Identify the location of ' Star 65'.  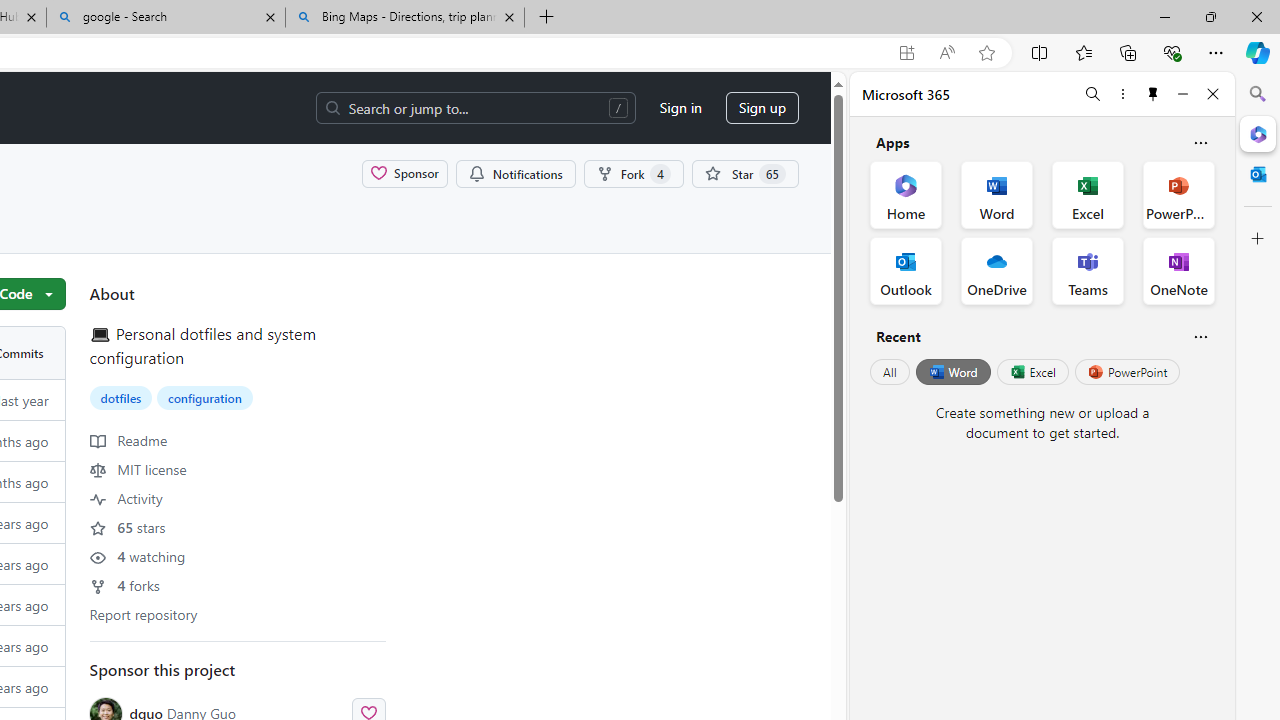
(743, 172).